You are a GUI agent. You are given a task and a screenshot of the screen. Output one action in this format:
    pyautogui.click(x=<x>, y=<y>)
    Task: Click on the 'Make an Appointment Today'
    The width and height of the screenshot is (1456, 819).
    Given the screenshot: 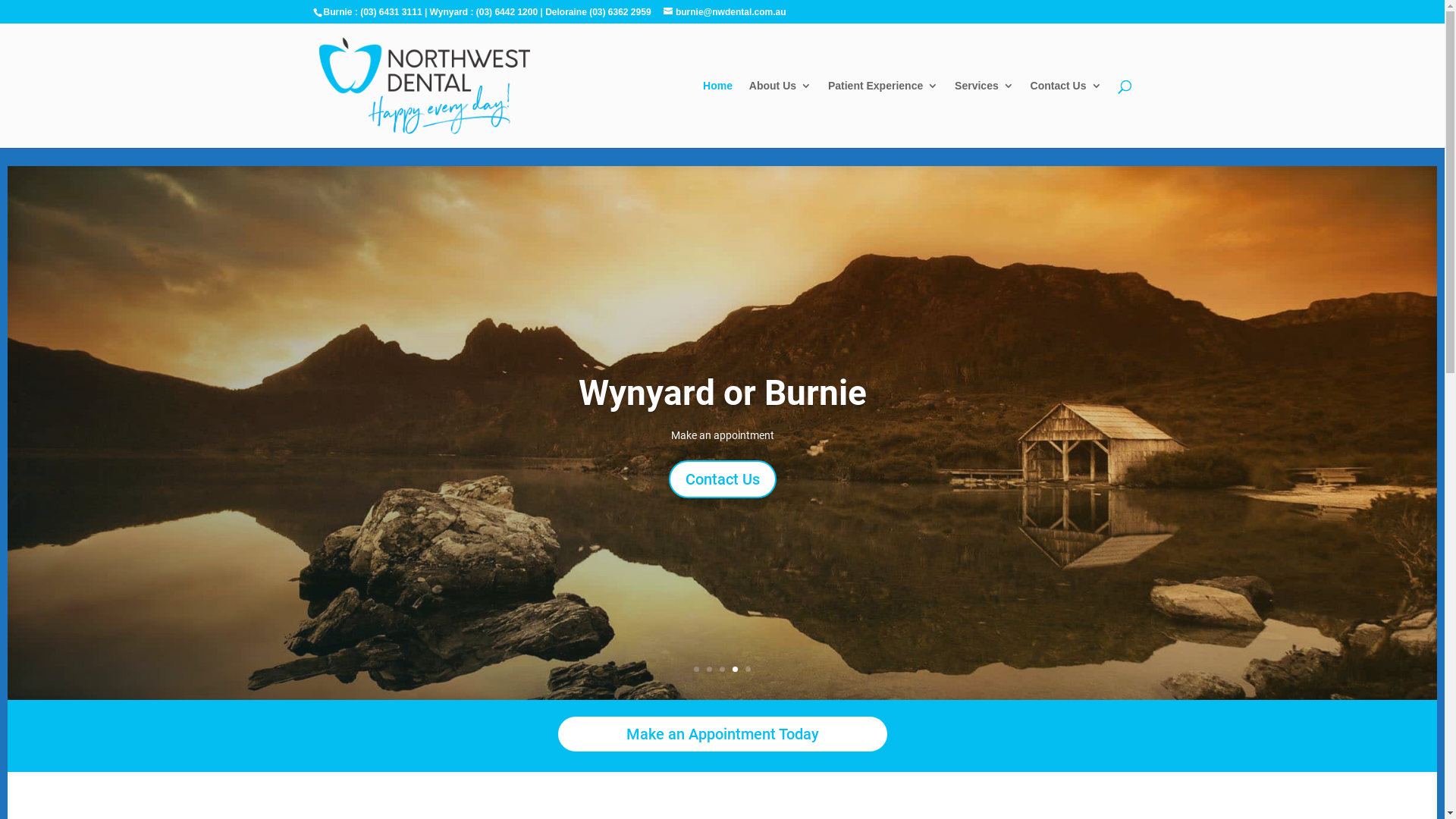 What is the action you would take?
    pyautogui.click(x=722, y=733)
    